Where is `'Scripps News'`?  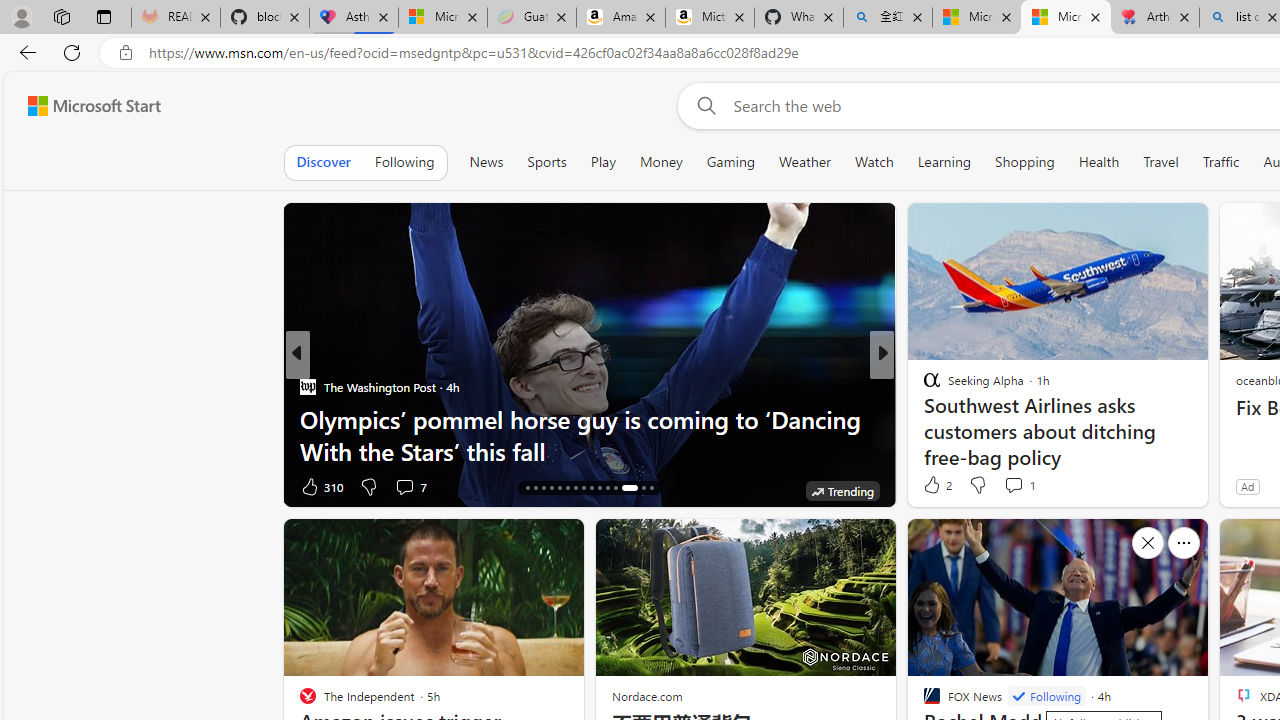
'Scripps News' is located at coordinates (922, 387).